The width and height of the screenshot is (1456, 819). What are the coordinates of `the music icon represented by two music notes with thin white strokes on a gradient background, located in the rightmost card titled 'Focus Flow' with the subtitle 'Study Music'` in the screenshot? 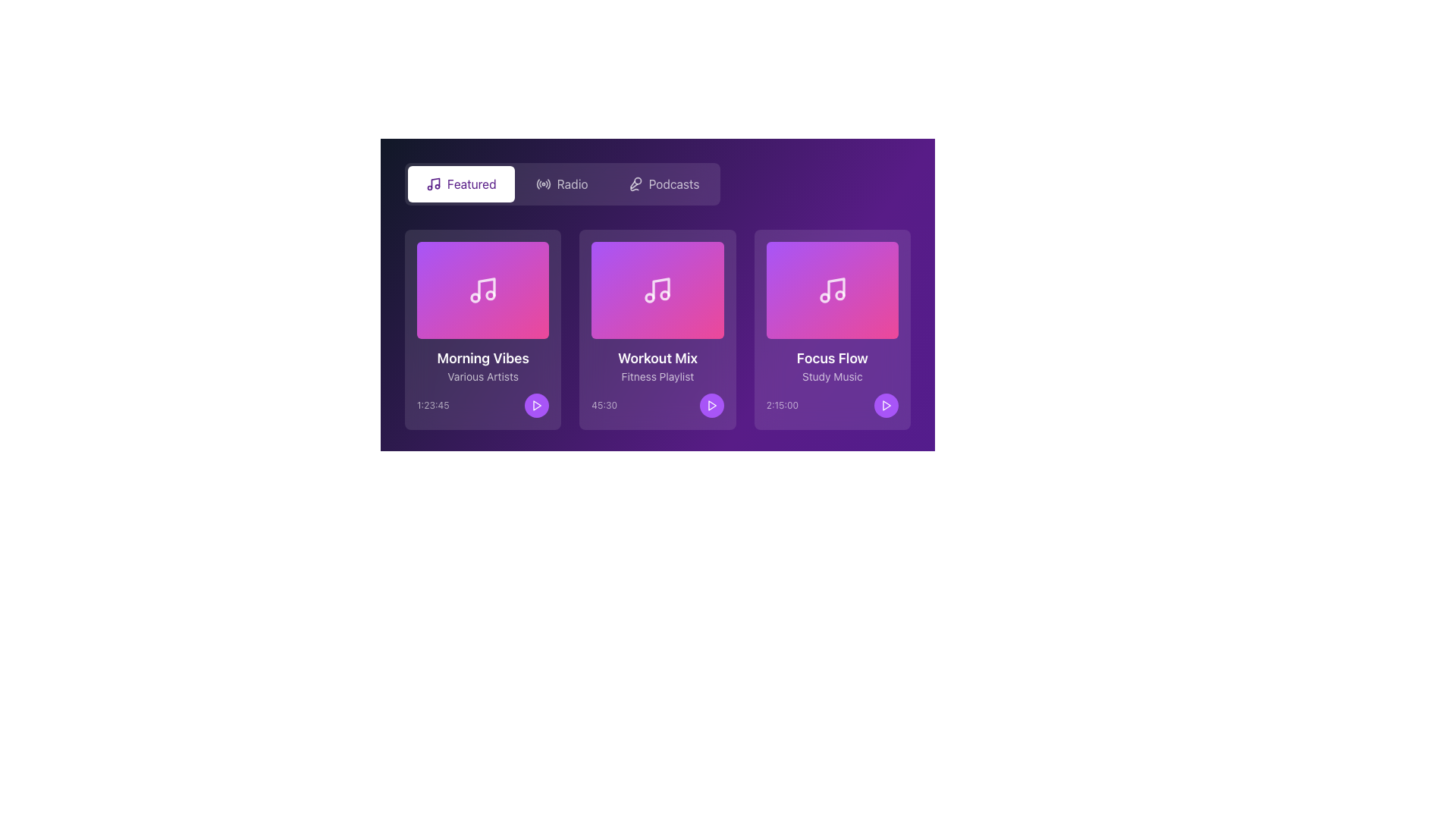 It's located at (831, 290).